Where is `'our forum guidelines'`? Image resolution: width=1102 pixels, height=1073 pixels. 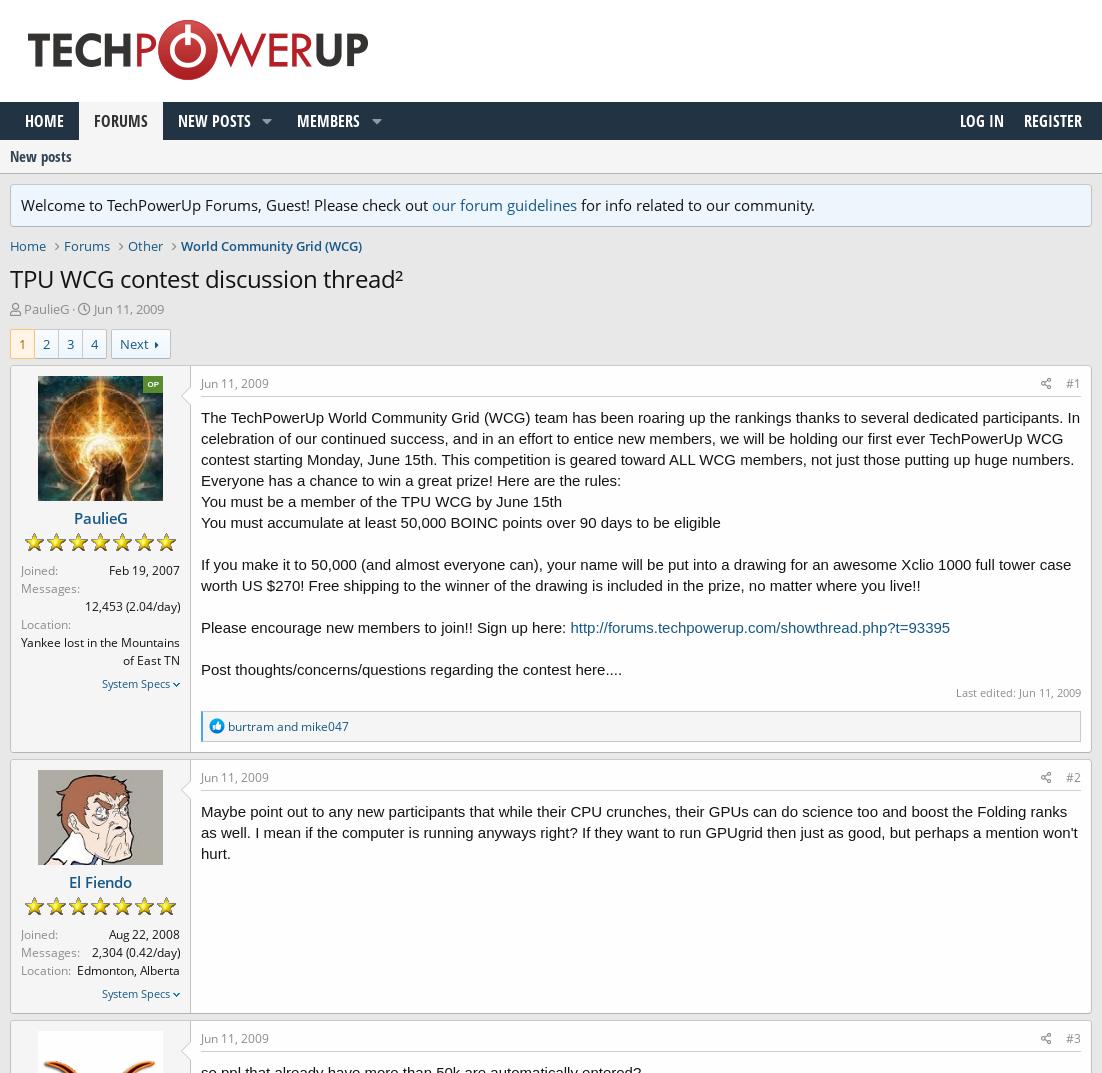
'our forum guidelines' is located at coordinates (504, 205).